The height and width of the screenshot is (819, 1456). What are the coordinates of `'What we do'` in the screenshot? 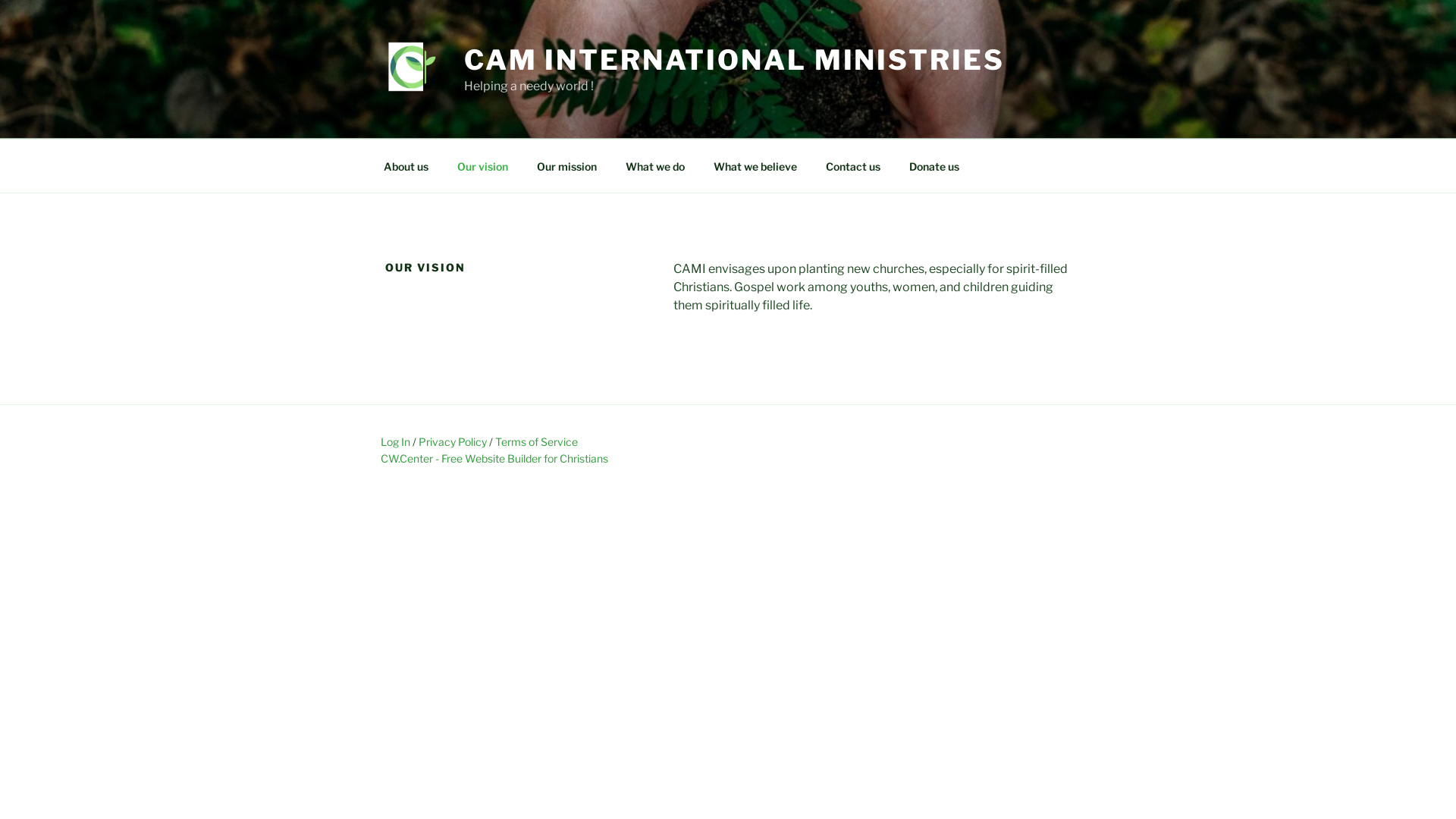 It's located at (611, 165).